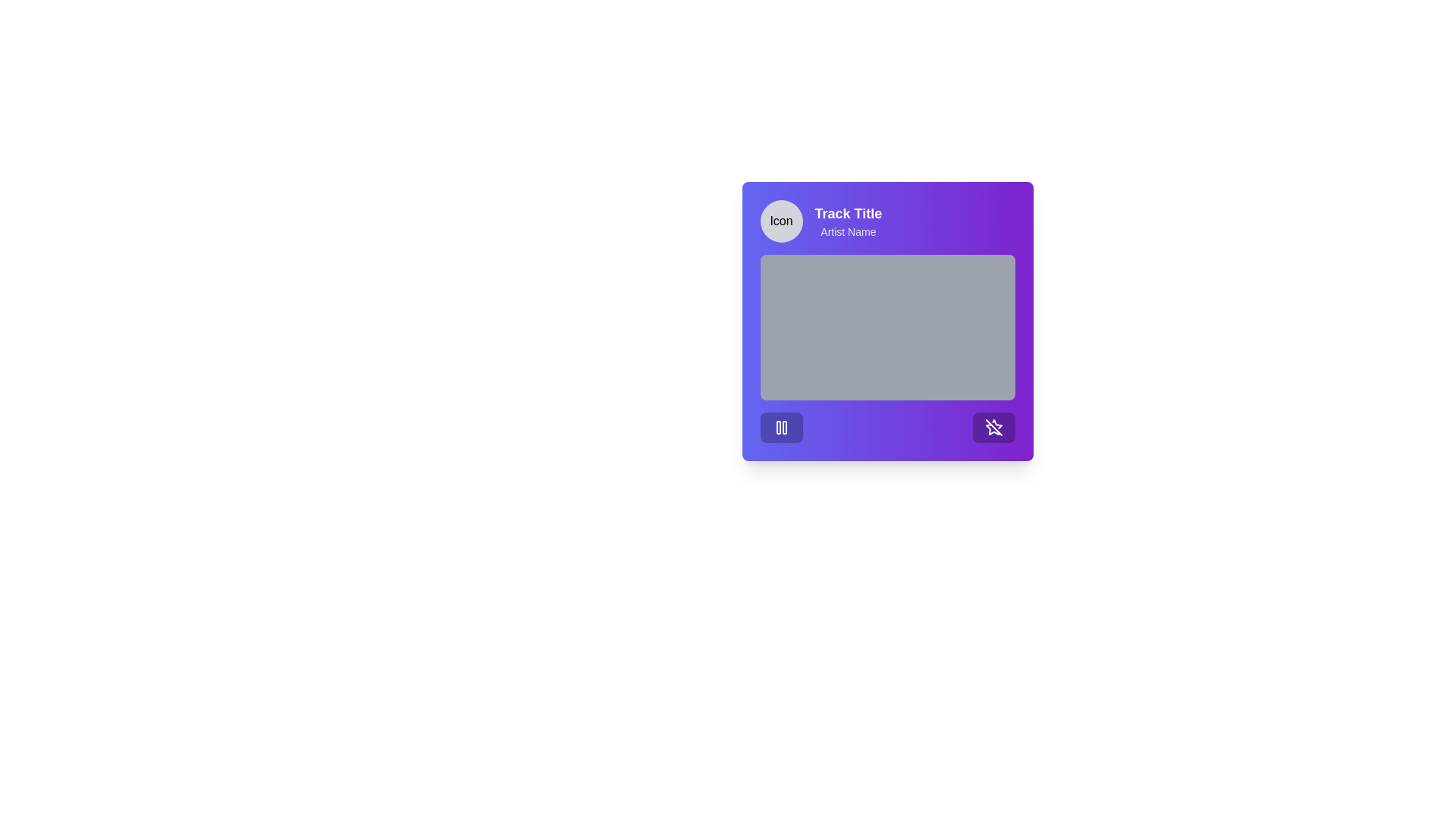 Image resolution: width=1456 pixels, height=819 pixels. I want to click on the Content display area that serves as a placeholder for visual or interactive media content, located centrally below the track title and artist name, and above the control buttons, so click(887, 327).